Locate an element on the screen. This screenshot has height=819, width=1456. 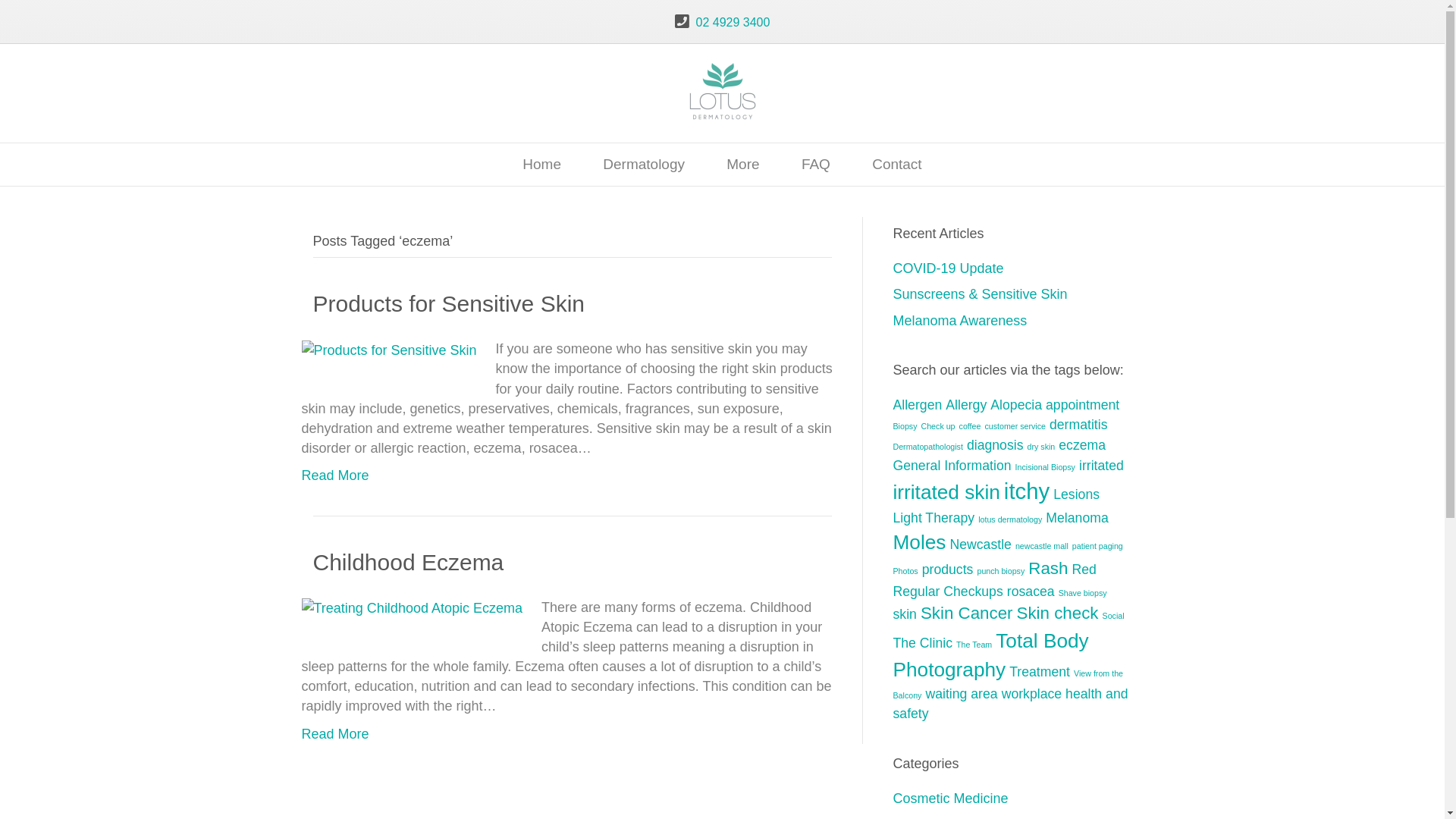
'Social' is located at coordinates (1113, 616).